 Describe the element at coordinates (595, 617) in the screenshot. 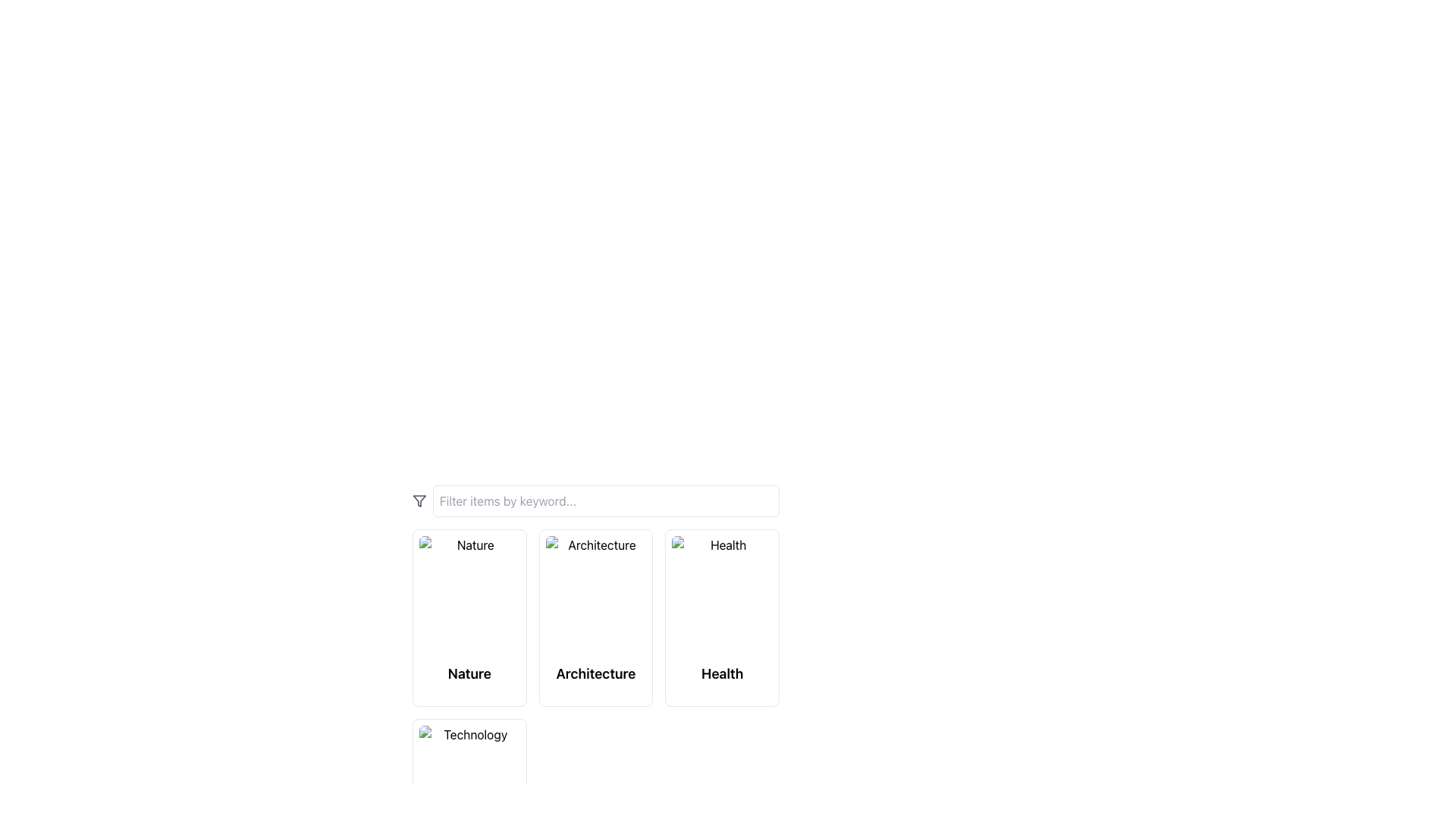

I see `the 'Architecture' card component to activate hover effects, located in the second position of a three-column grid layout between 'Nature' and 'Health'` at that location.